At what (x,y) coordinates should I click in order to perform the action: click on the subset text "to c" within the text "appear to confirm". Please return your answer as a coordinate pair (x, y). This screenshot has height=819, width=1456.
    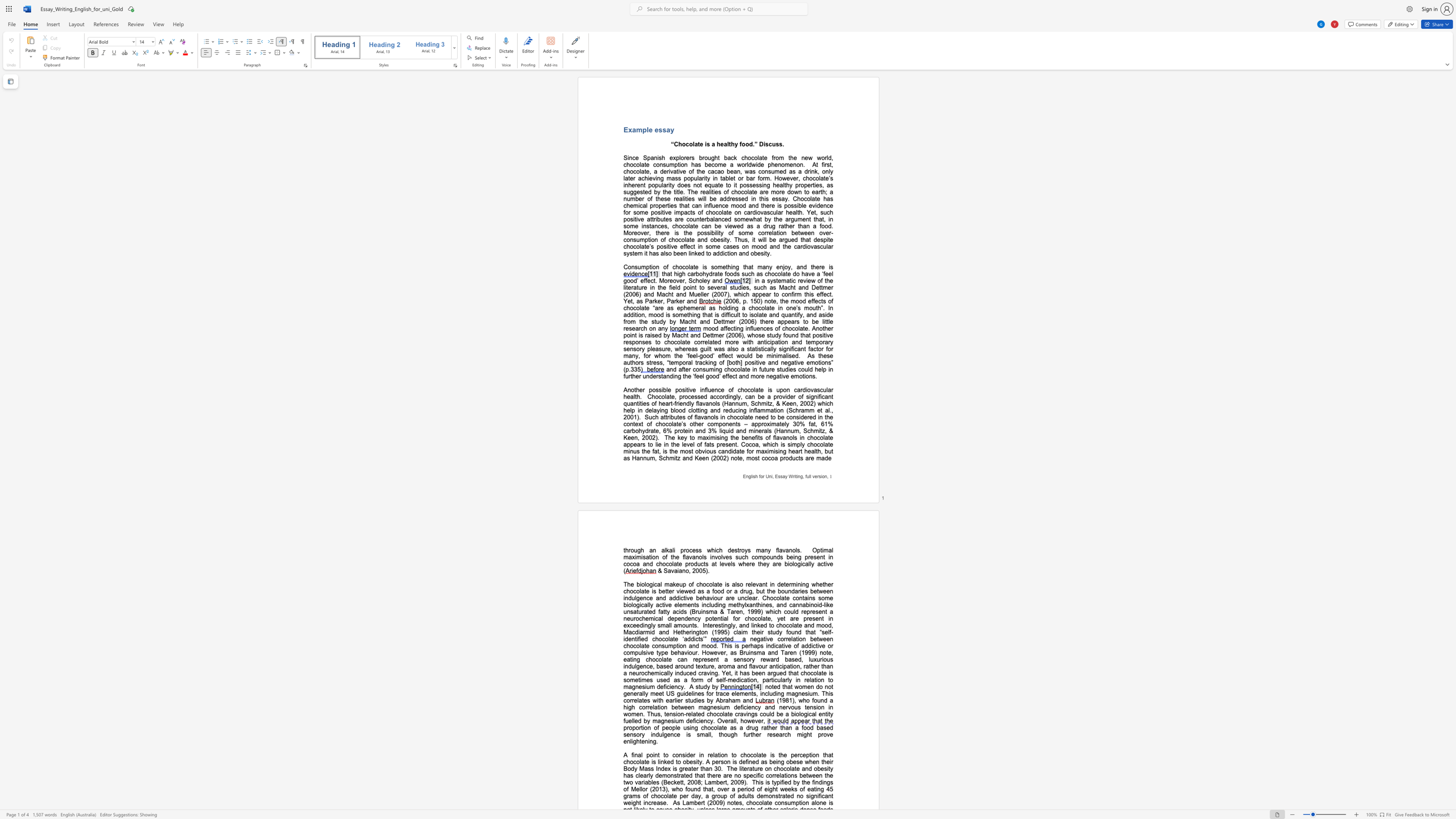
    Looking at the image, I should click on (773, 294).